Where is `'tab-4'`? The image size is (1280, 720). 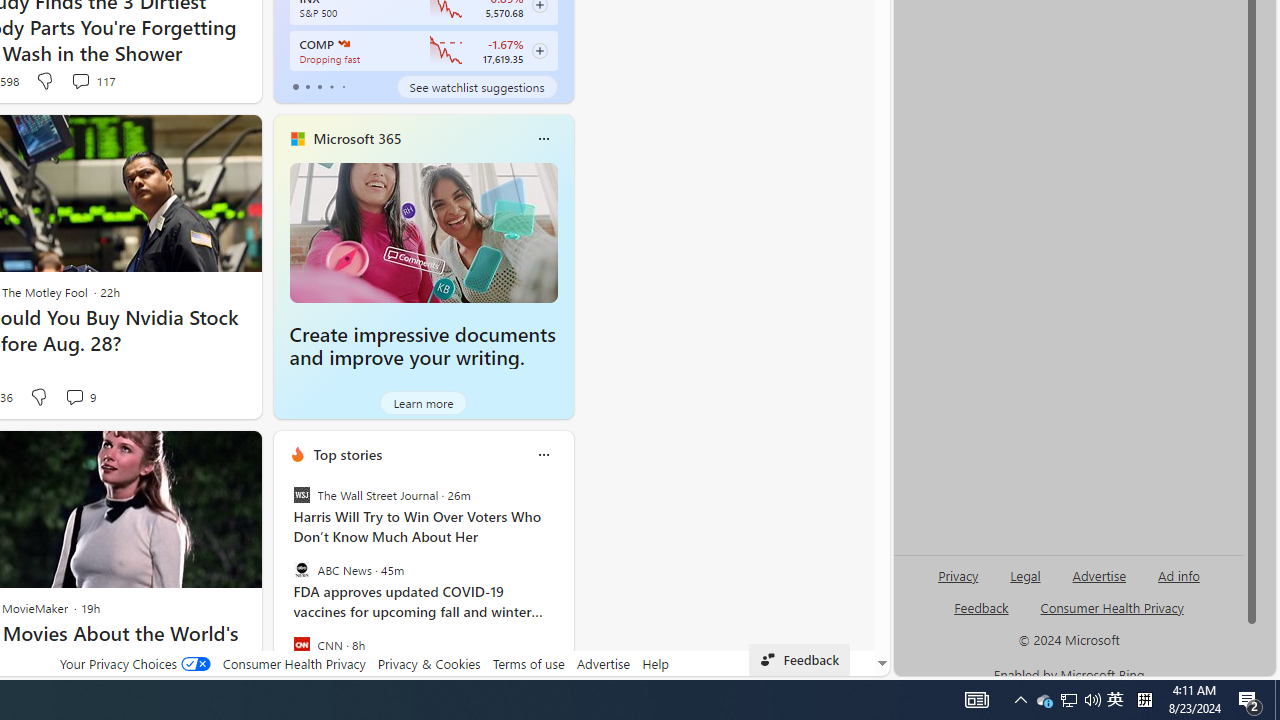 'tab-4' is located at coordinates (343, 86).